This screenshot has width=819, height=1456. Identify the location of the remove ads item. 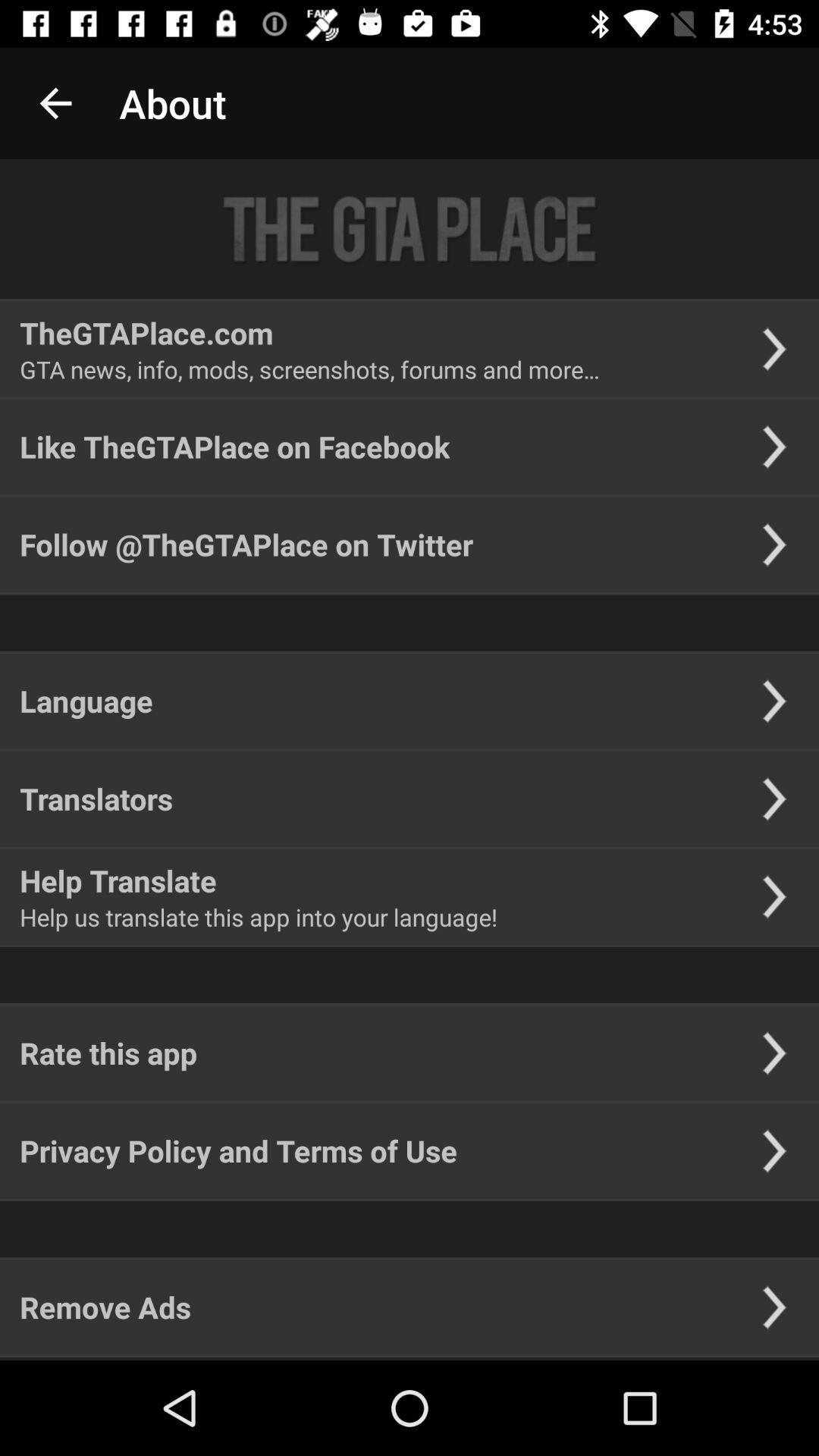
(105, 1306).